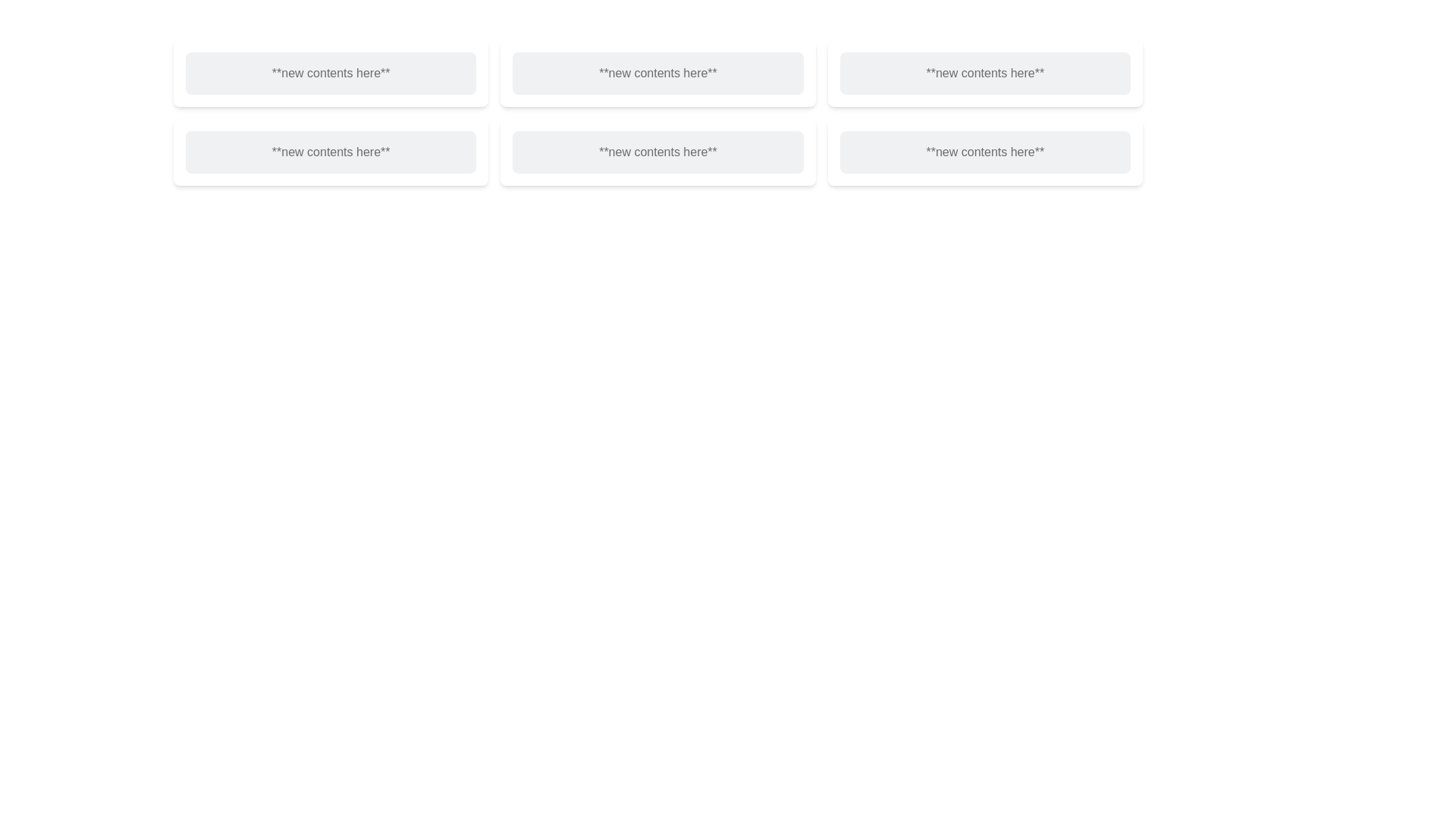 This screenshot has width=1456, height=819. Describe the element at coordinates (658, 73) in the screenshot. I see `the Static Information Box, which is a non-interactive display box located in the second position of the first row within a grid layout` at that location.